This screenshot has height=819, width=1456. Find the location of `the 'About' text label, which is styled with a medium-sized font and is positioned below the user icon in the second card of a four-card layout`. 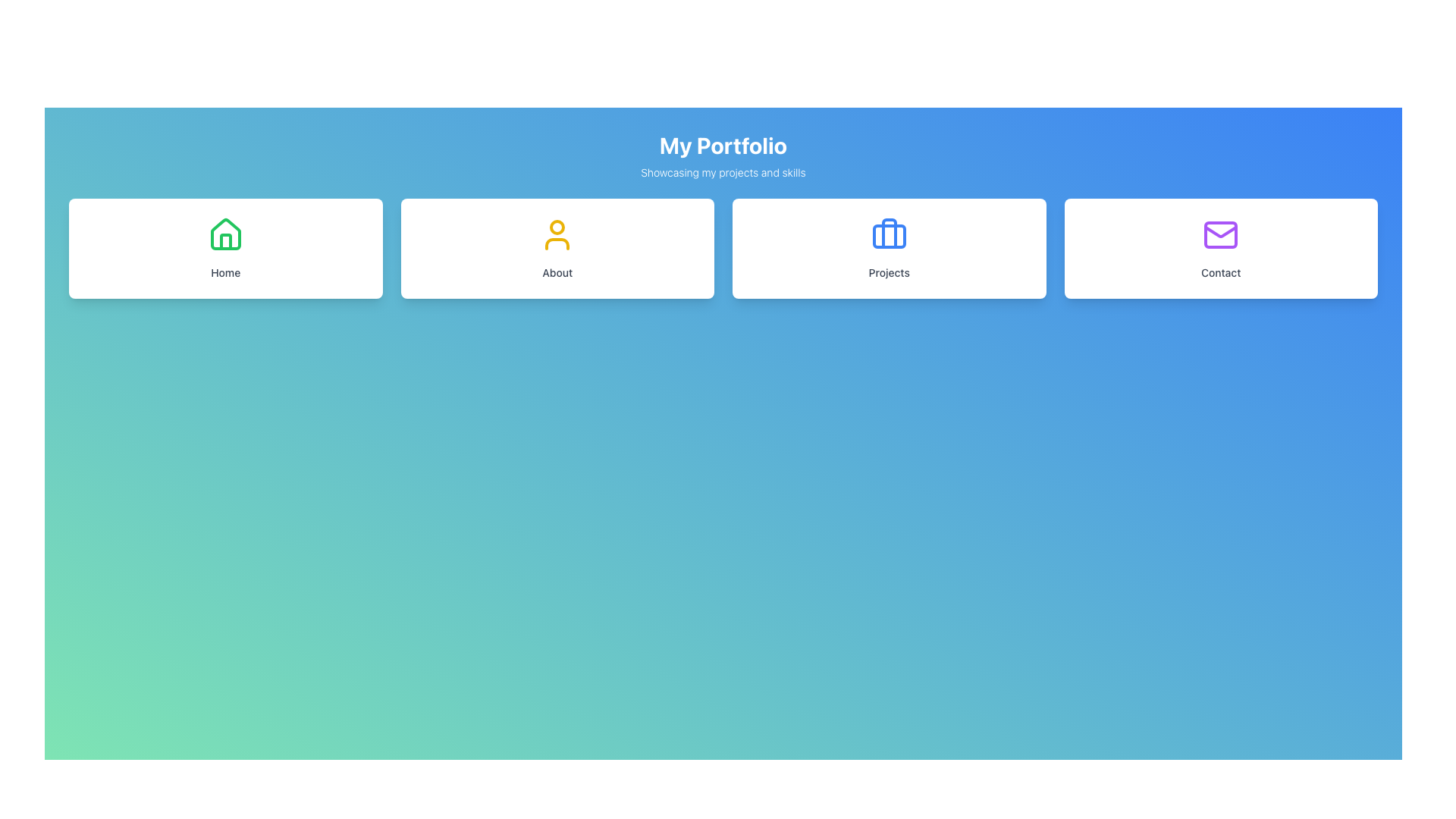

the 'About' text label, which is styled with a medium-sized font and is positioned below the user icon in the second card of a four-card layout is located at coordinates (557, 271).